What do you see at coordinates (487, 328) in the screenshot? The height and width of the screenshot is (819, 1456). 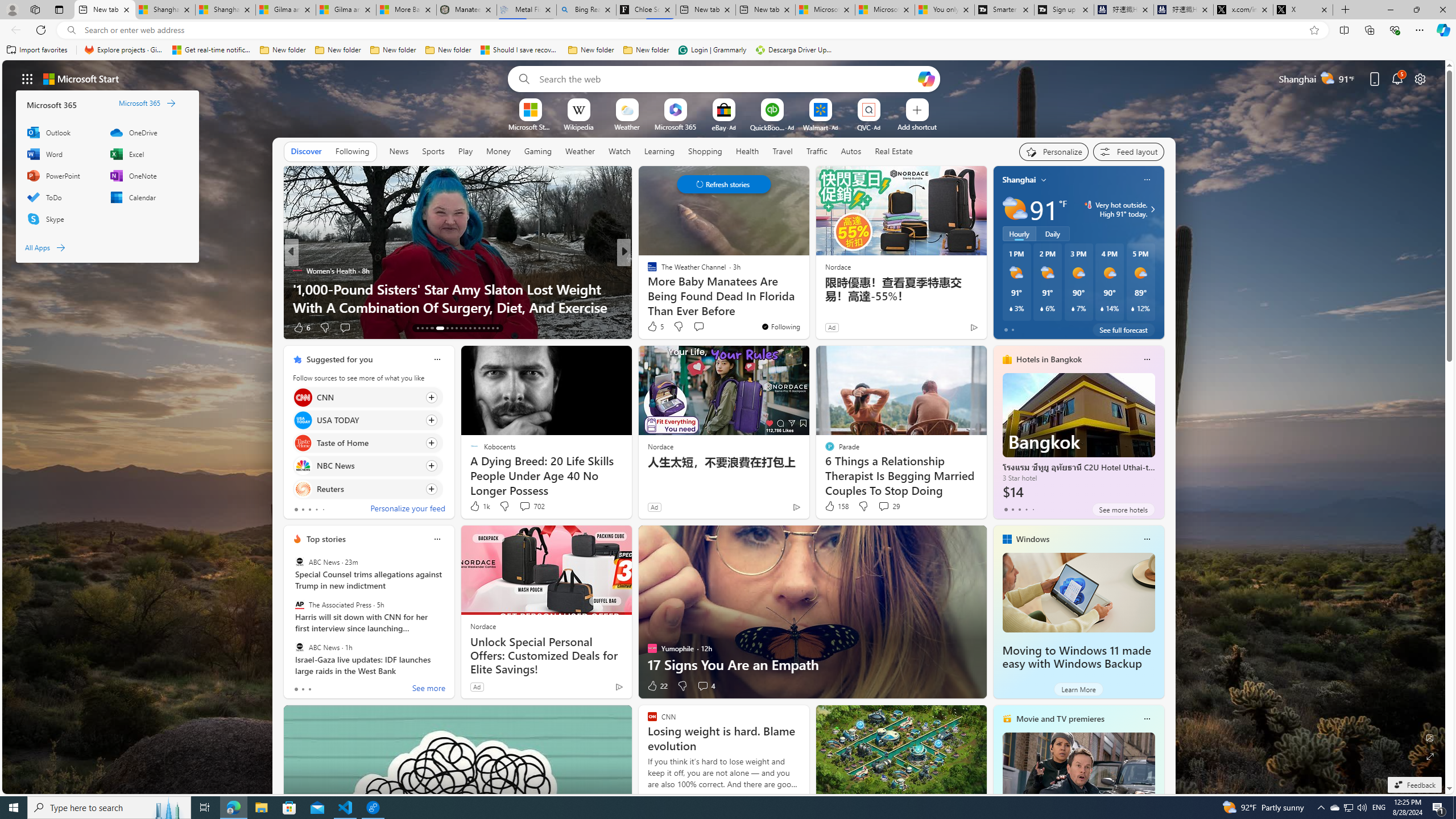 I see `'AutomationID: tab-40'` at bounding box center [487, 328].